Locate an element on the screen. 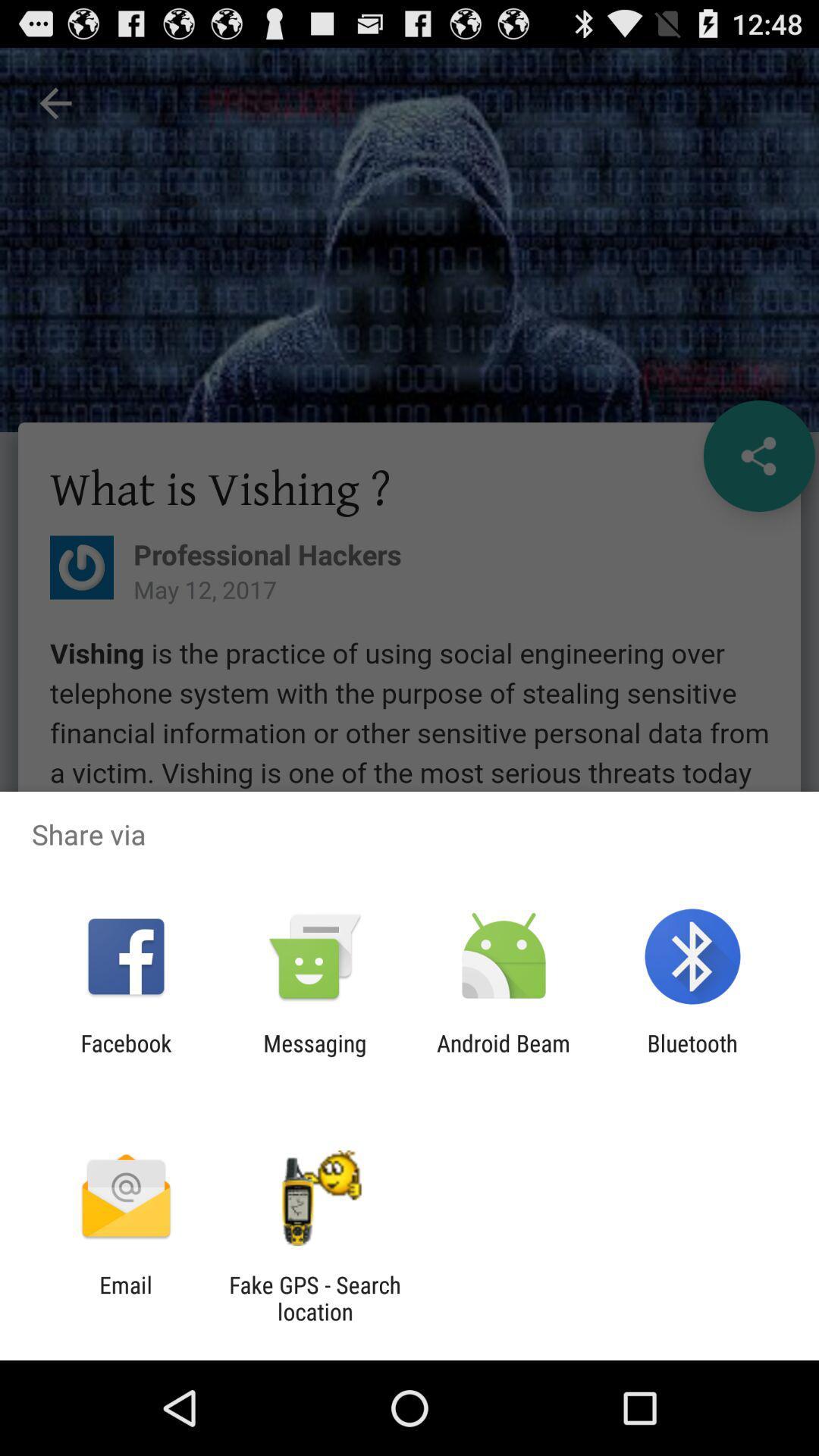 This screenshot has width=819, height=1456. the item to the right of facebook is located at coordinates (314, 1056).